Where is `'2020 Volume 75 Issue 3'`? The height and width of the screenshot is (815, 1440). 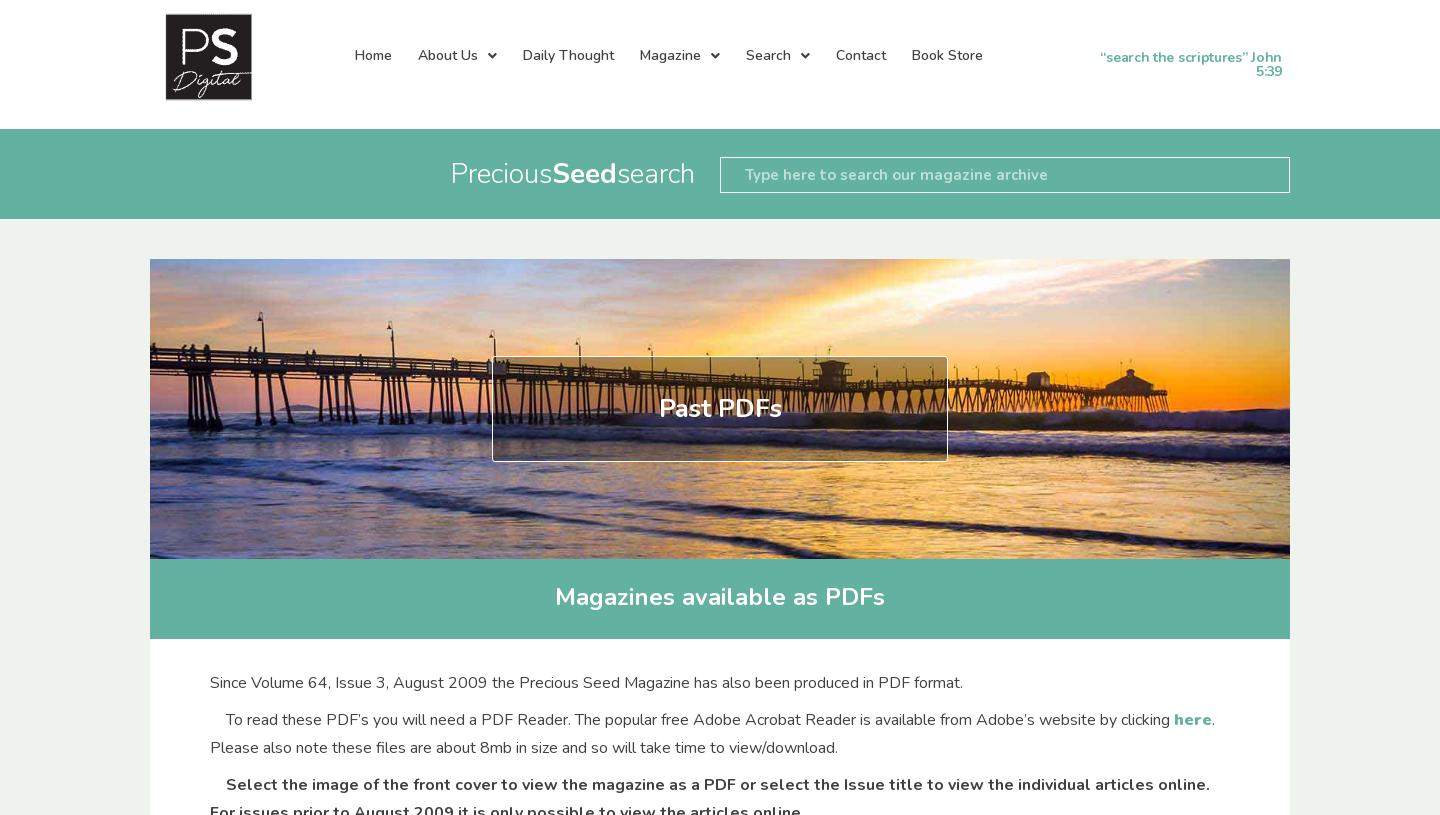
'2020 Volume 75 Issue 3' is located at coordinates (462, 760).